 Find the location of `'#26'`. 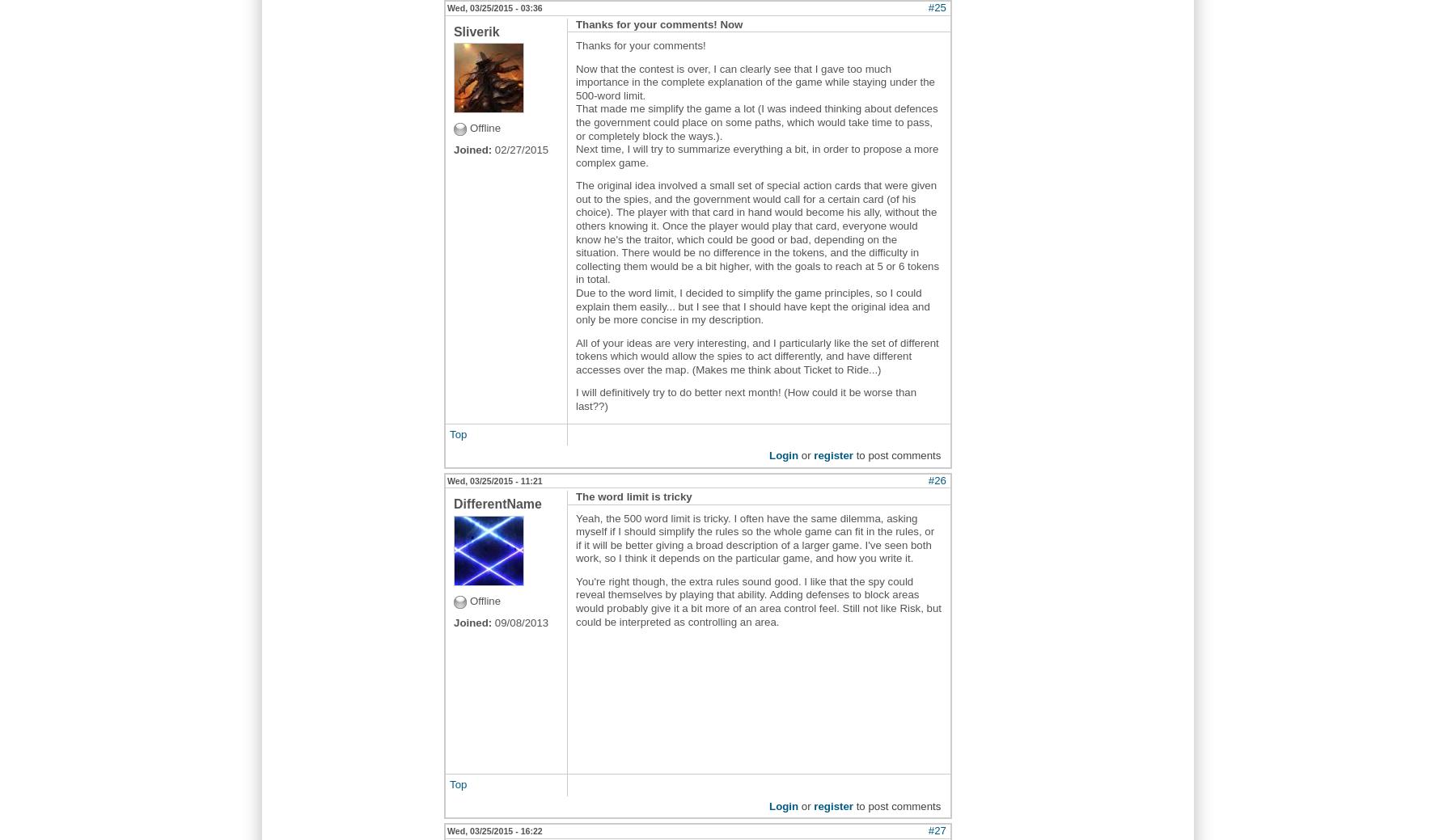

'#26' is located at coordinates (936, 479).